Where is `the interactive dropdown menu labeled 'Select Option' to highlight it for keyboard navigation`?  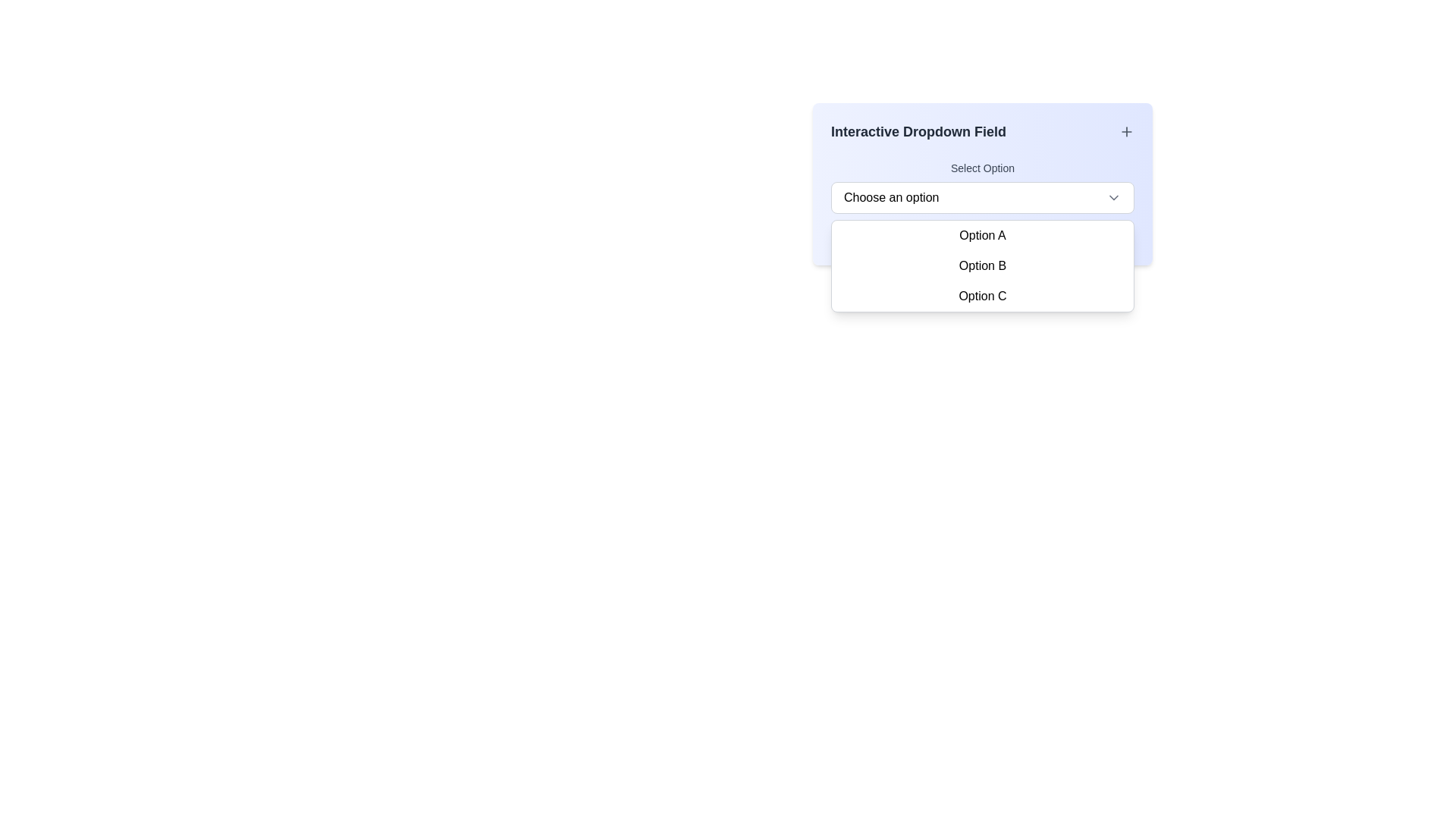 the interactive dropdown menu labeled 'Select Option' to highlight it for keyboard navigation is located at coordinates (983, 184).